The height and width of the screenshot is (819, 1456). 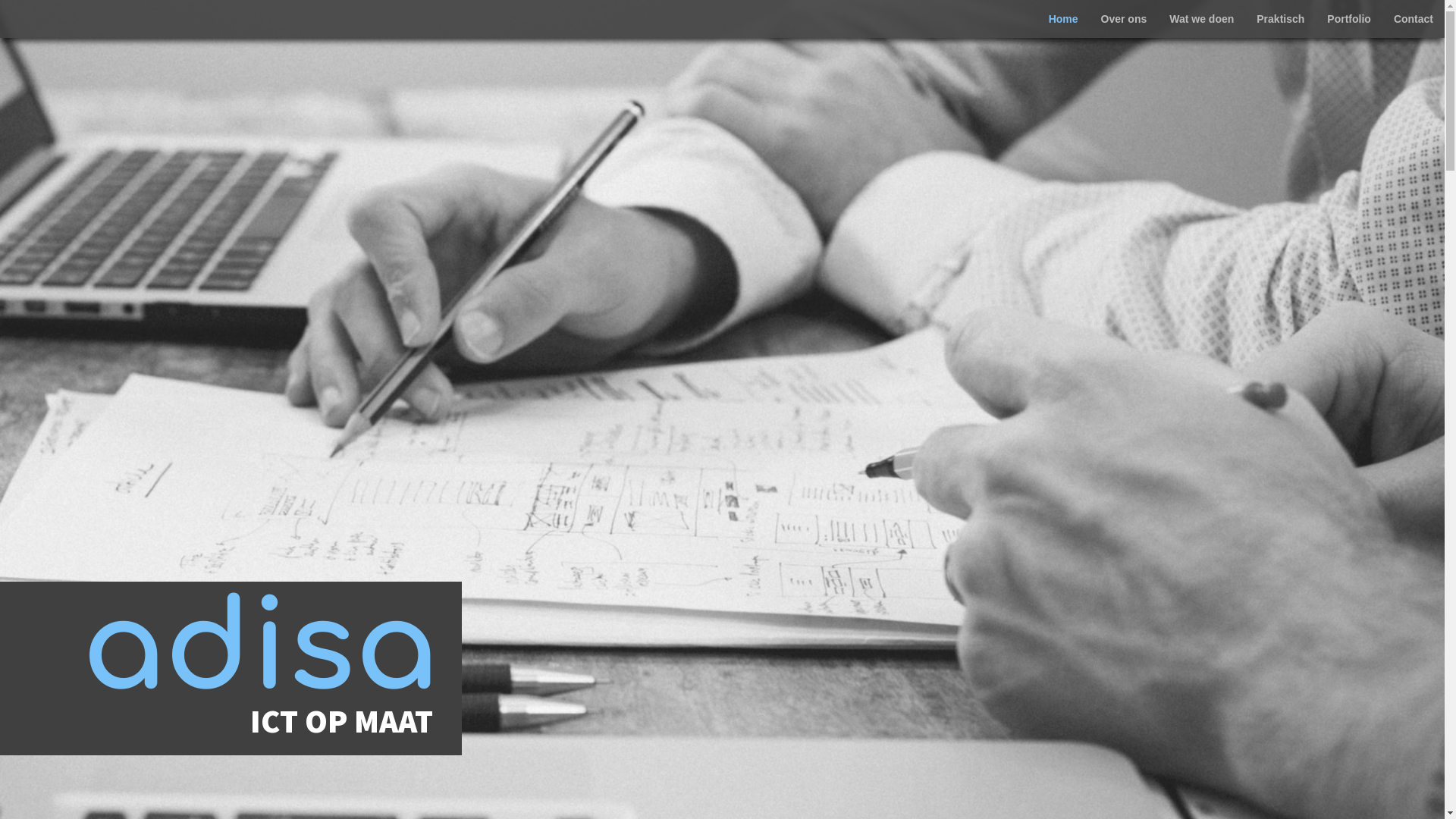 What do you see at coordinates (1124, 18) in the screenshot?
I see `'Over ons'` at bounding box center [1124, 18].